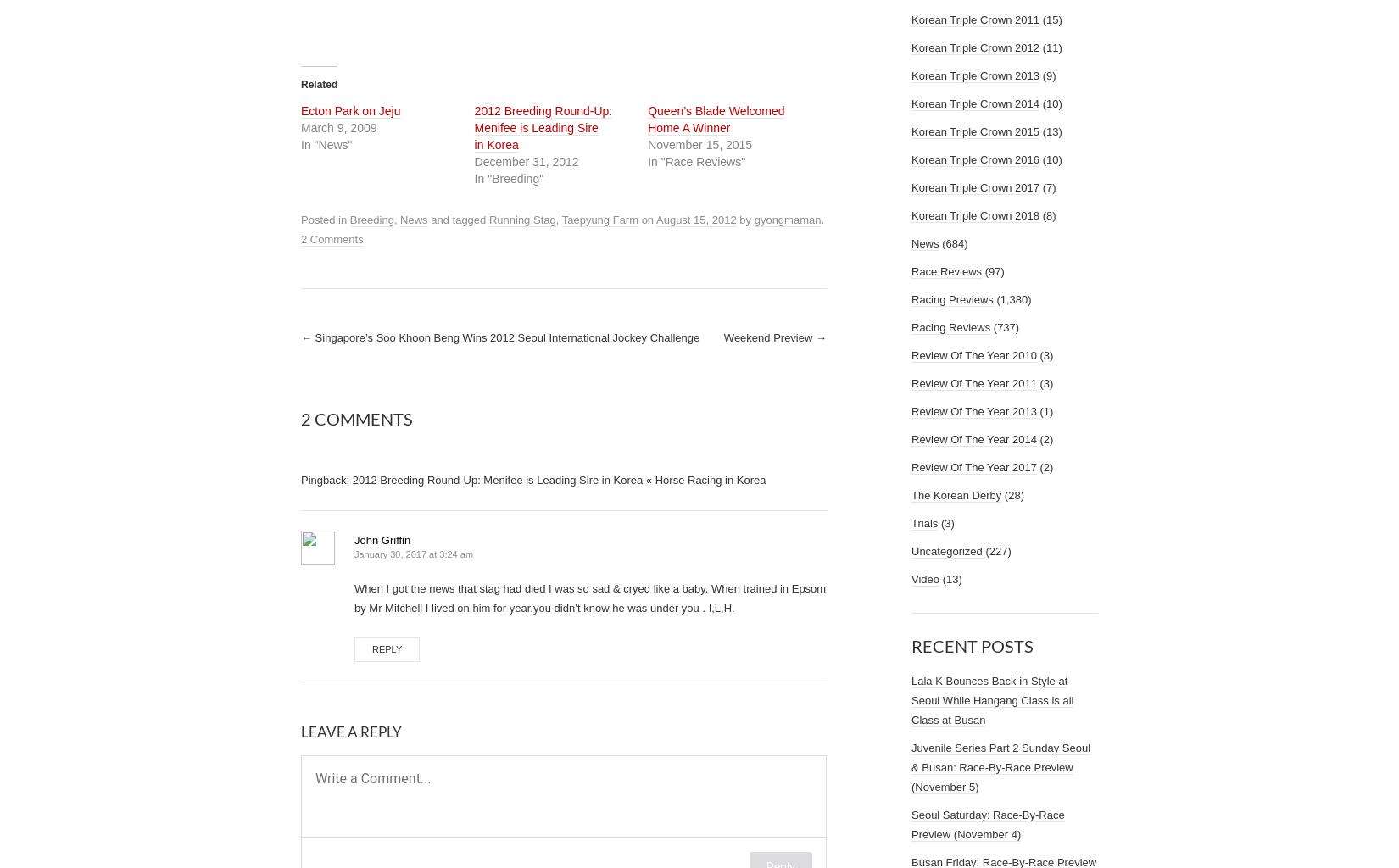 The width and height of the screenshot is (1399, 868). I want to click on 'Racing Previews', so click(951, 299).